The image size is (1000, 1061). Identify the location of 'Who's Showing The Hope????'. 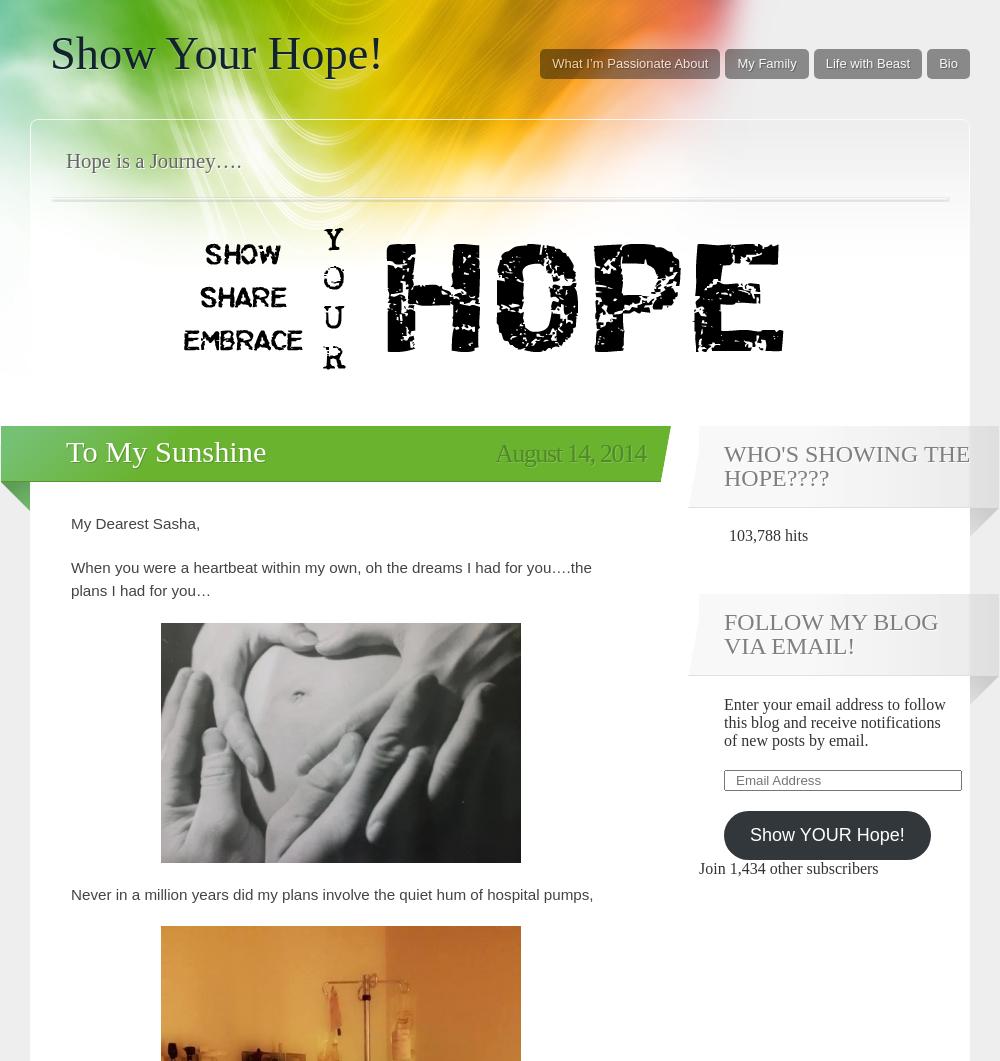
(846, 465).